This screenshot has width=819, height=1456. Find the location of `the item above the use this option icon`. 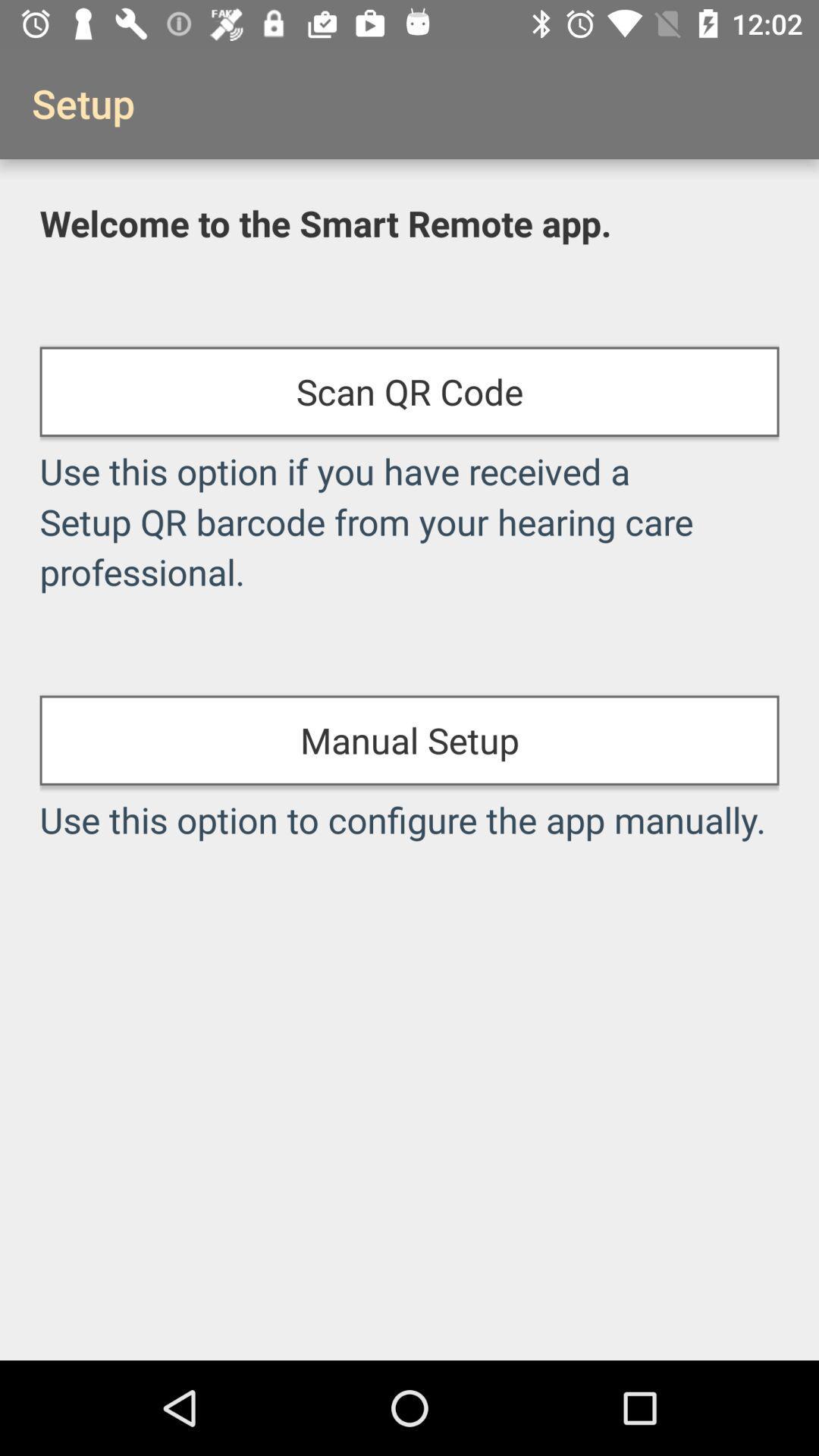

the item above the use this option icon is located at coordinates (409, 391).